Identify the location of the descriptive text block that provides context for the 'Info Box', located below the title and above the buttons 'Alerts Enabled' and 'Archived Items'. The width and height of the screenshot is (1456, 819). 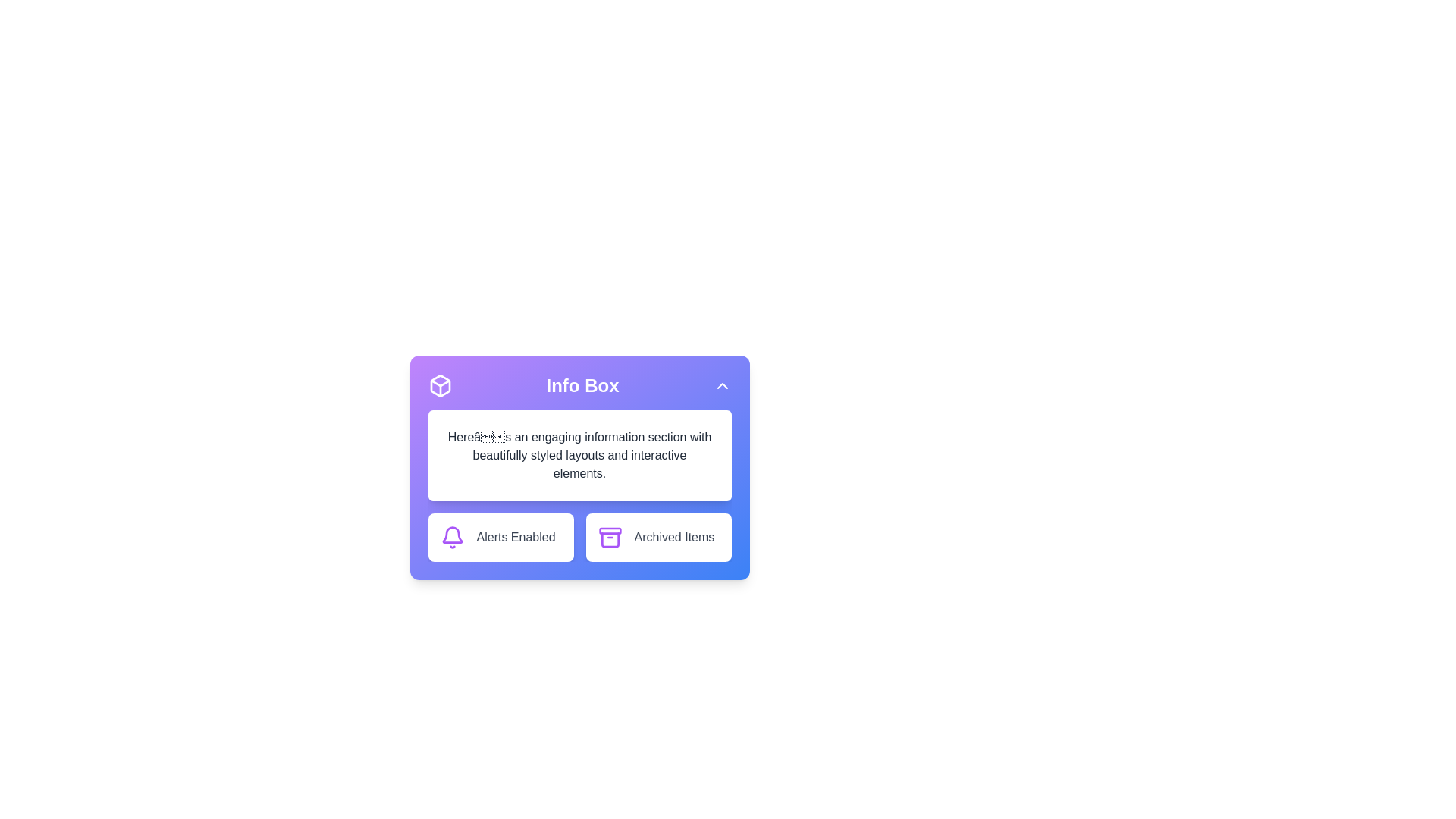
(579, 455).